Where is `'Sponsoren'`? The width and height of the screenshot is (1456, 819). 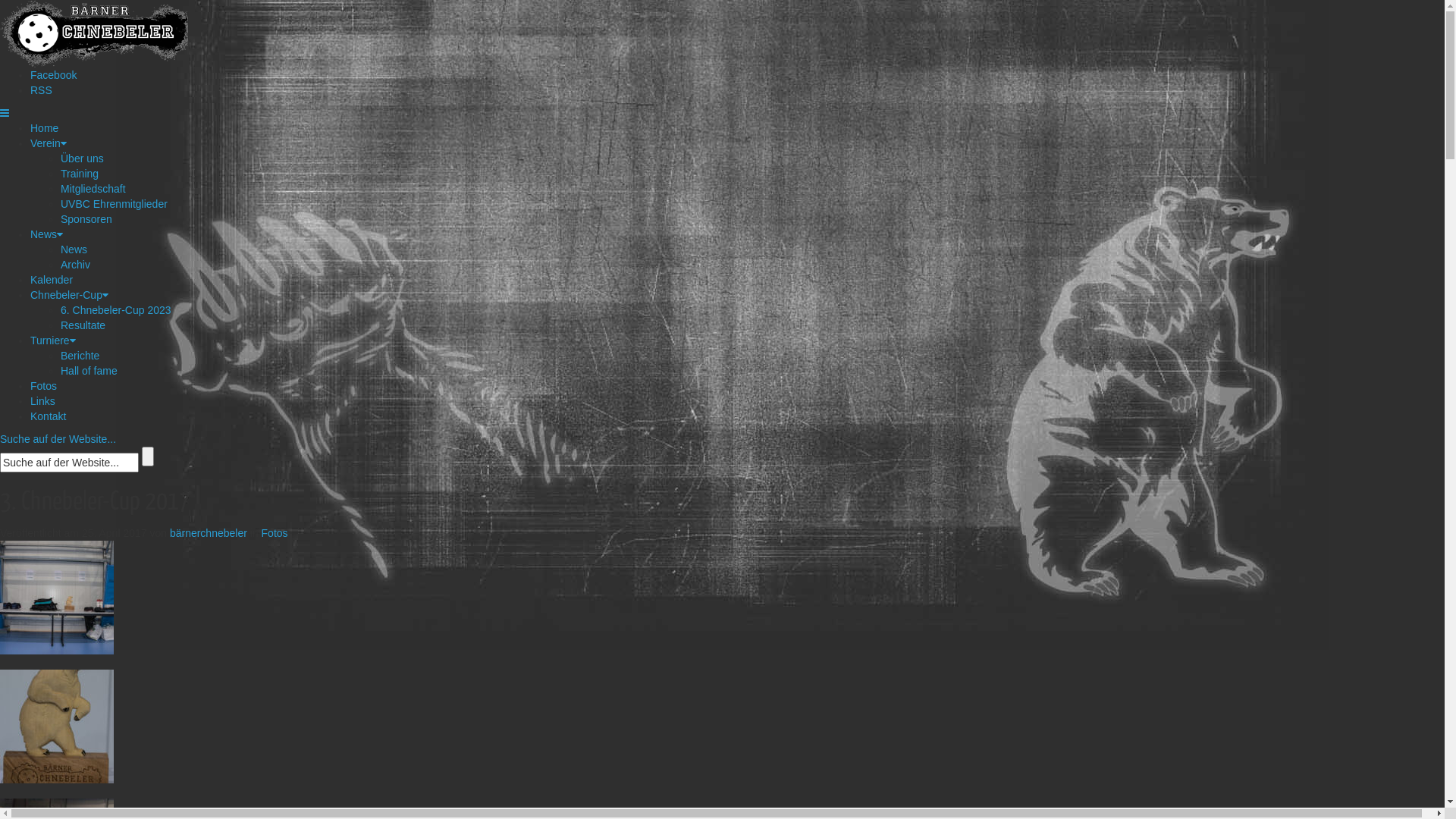
'Sponsoren' is located at coordinates (86, 219).